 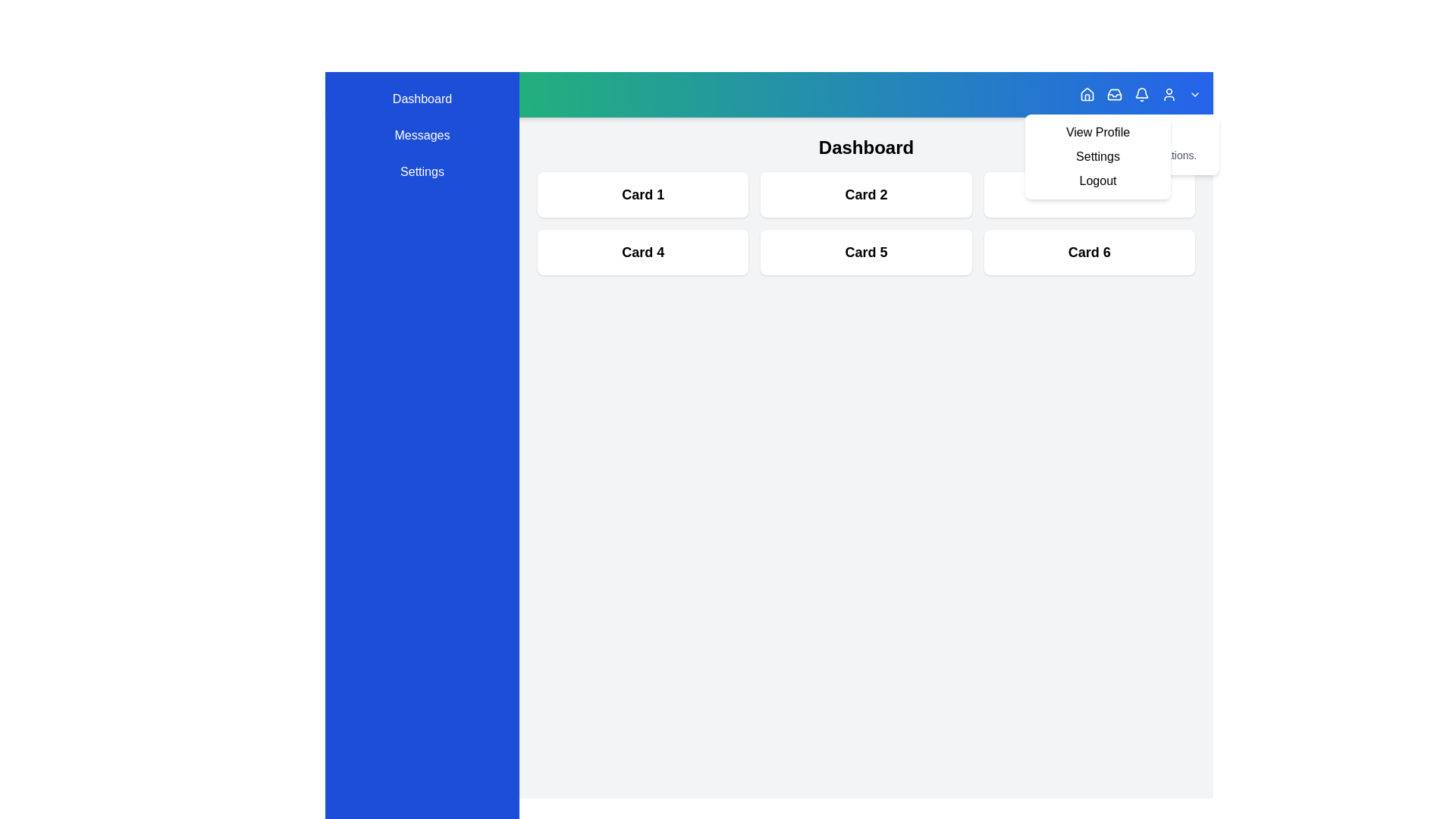 What do you see at coordinates (422, 99) in the screenshot?
I see `the 'Dashboard' button, which is the first item in a vertical list of options with a blue background and white text` at bounding box center [422, 99].